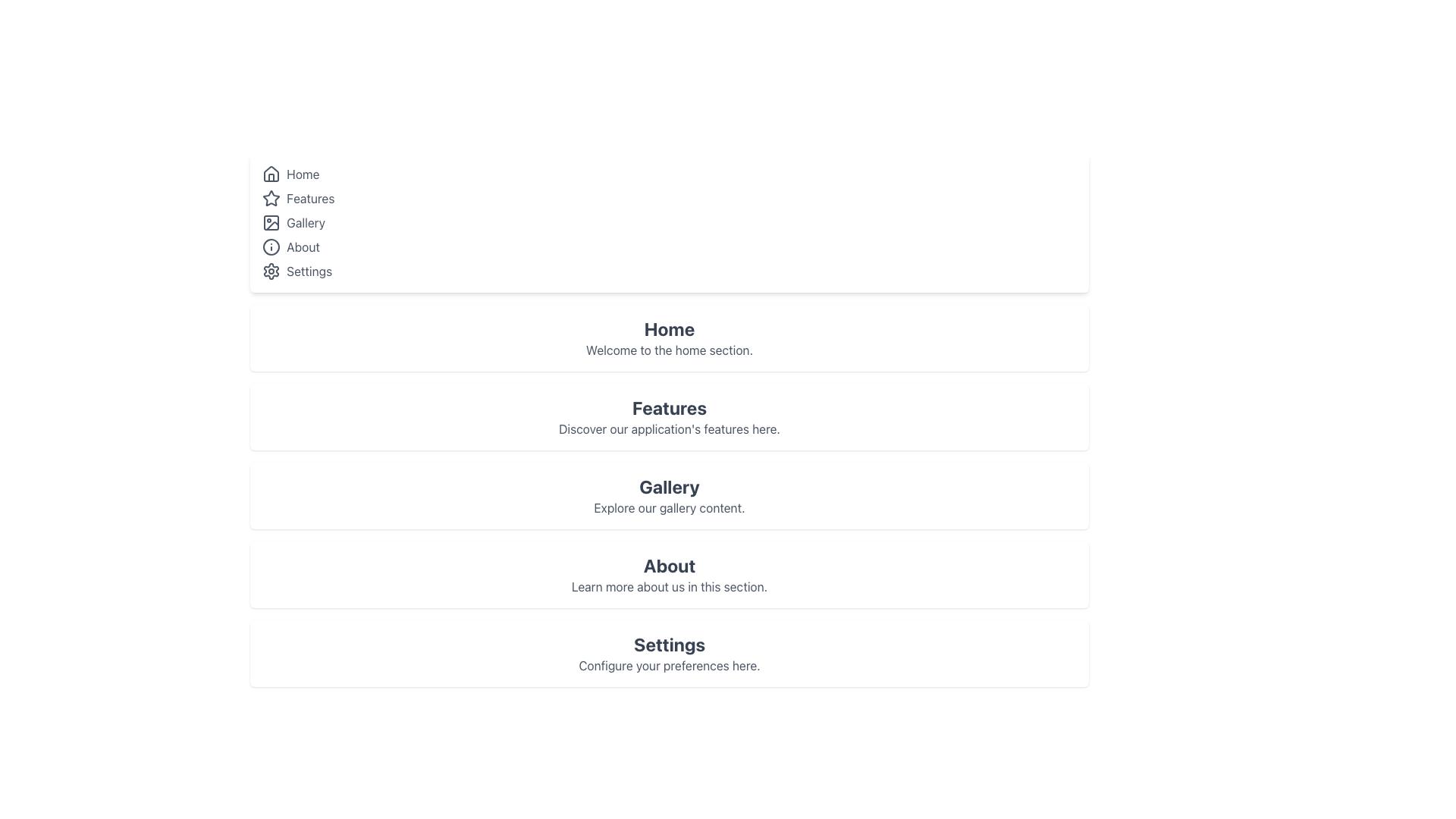 Image resolution: width=1456 pixels, height=819 pixels. Describe the element at coordinates (669, 350) in the screenshot. I see `the text label displaying 'Welcome to the home section.' which is styled in gray and positioned below the title 'Home'` at that location.